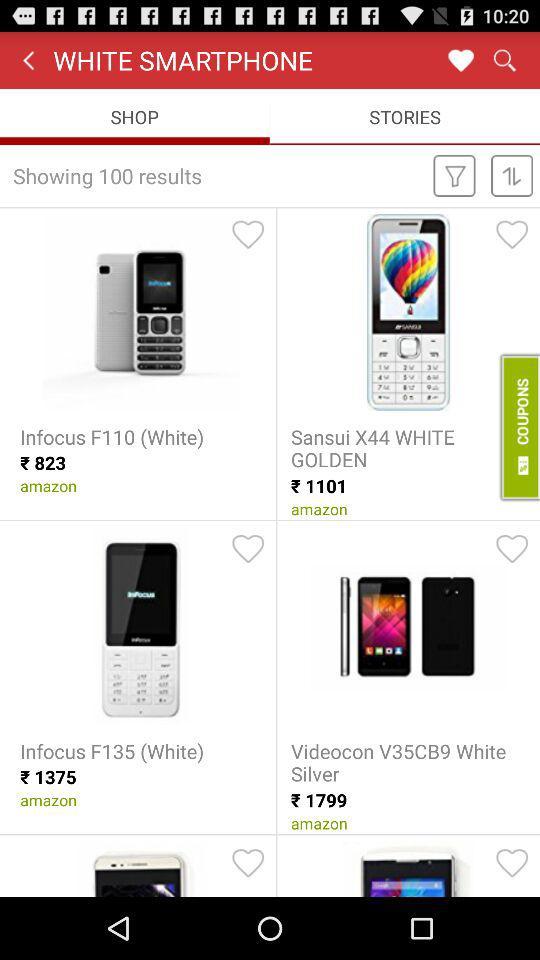 The image size is (540, 960). What do you see at coordinates (512, 549) in the screenshot?
I see `like the design` at bounding box center [512, 549].